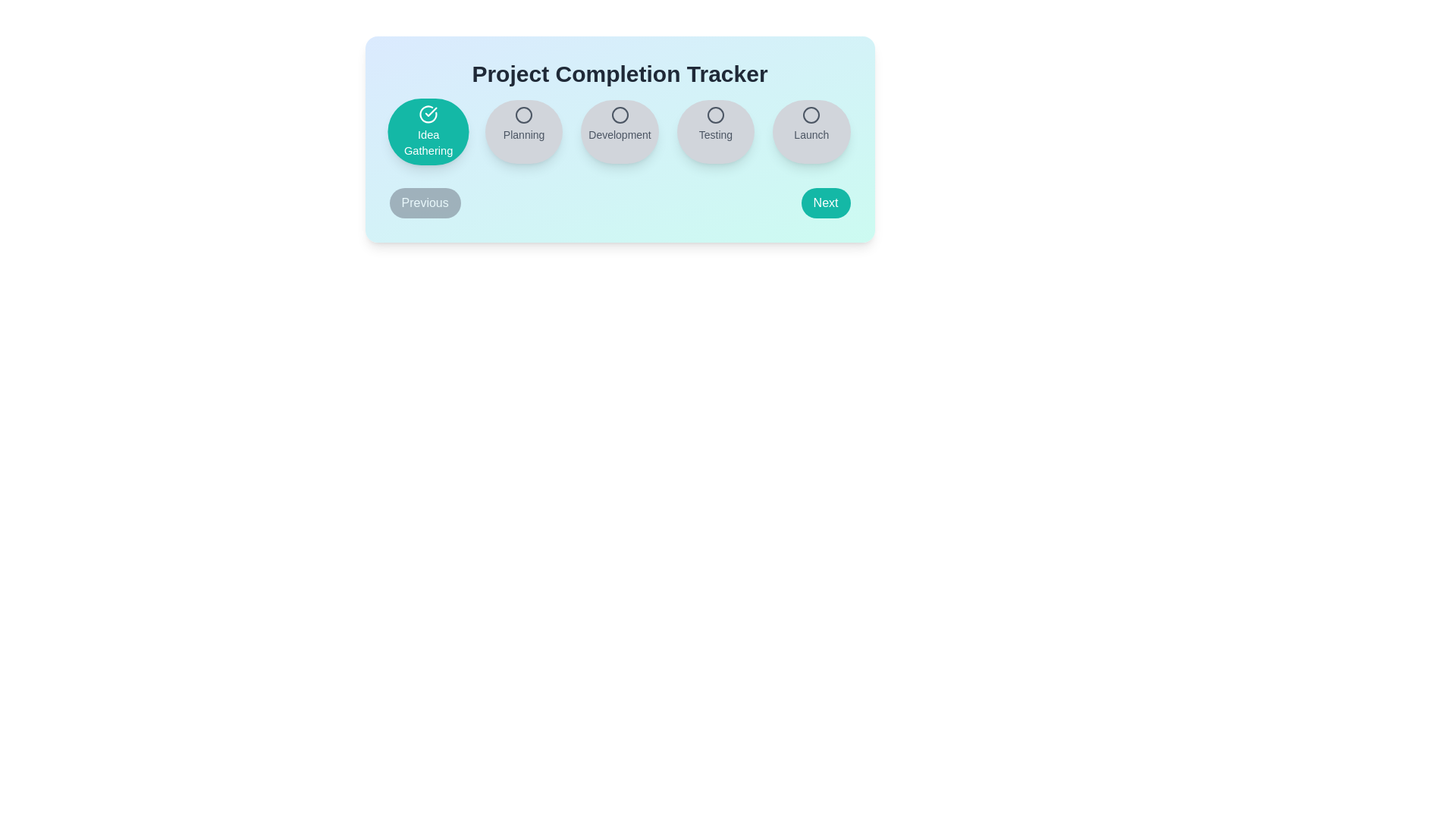 The width and height of the screenshot is (1456, 819). What do you see at coordinates (620, 114) in the screenshot?
I see `the status indicated by the circular outline icon representing the 'Development' step in the project tracker, positioned third from the left` at bounding box center [620, 114].